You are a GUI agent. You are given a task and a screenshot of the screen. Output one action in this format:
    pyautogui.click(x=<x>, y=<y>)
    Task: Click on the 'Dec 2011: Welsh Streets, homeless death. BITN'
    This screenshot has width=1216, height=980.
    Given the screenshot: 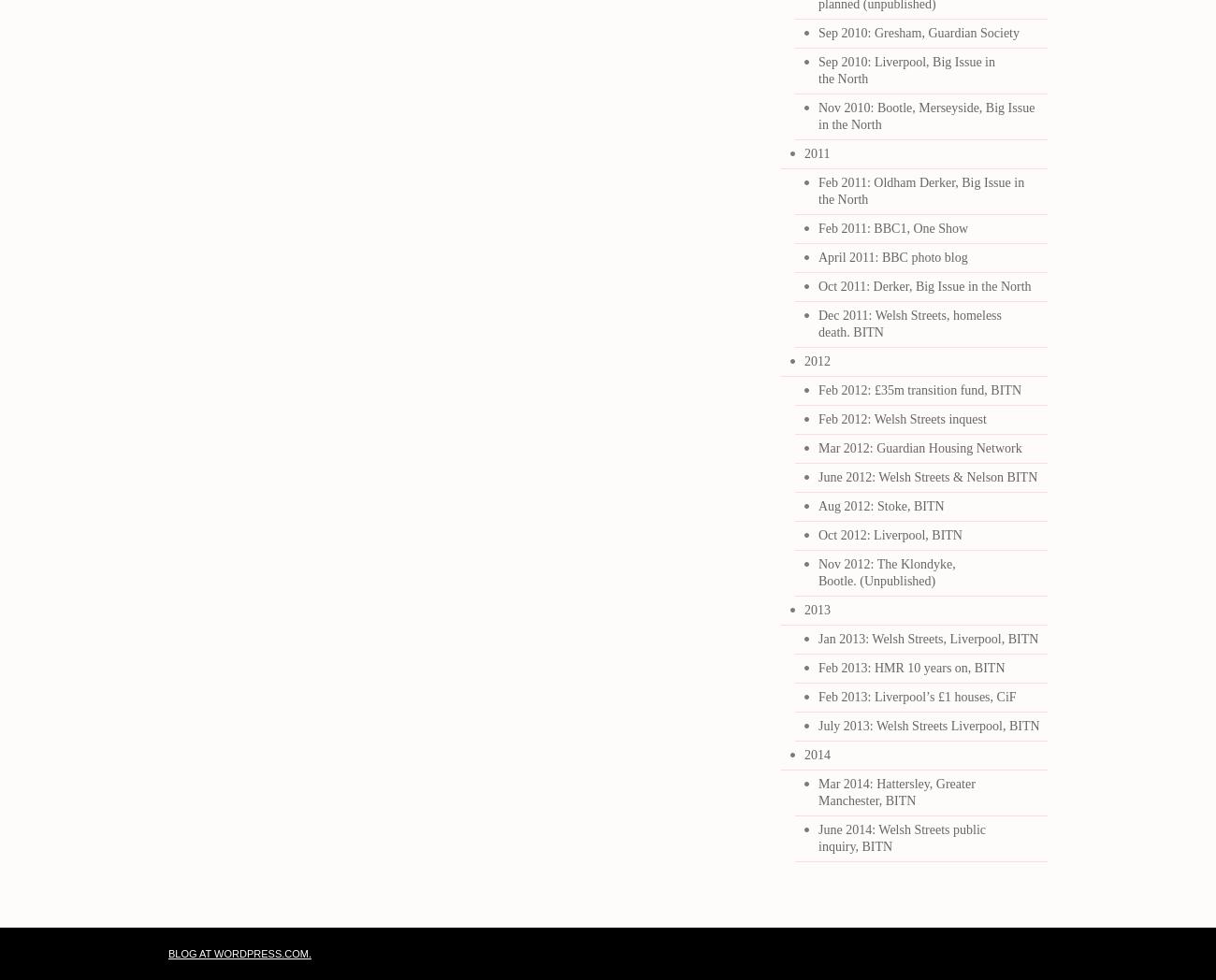 What is the action you would take?
    pyautogui.click(x=818, y=324)
    